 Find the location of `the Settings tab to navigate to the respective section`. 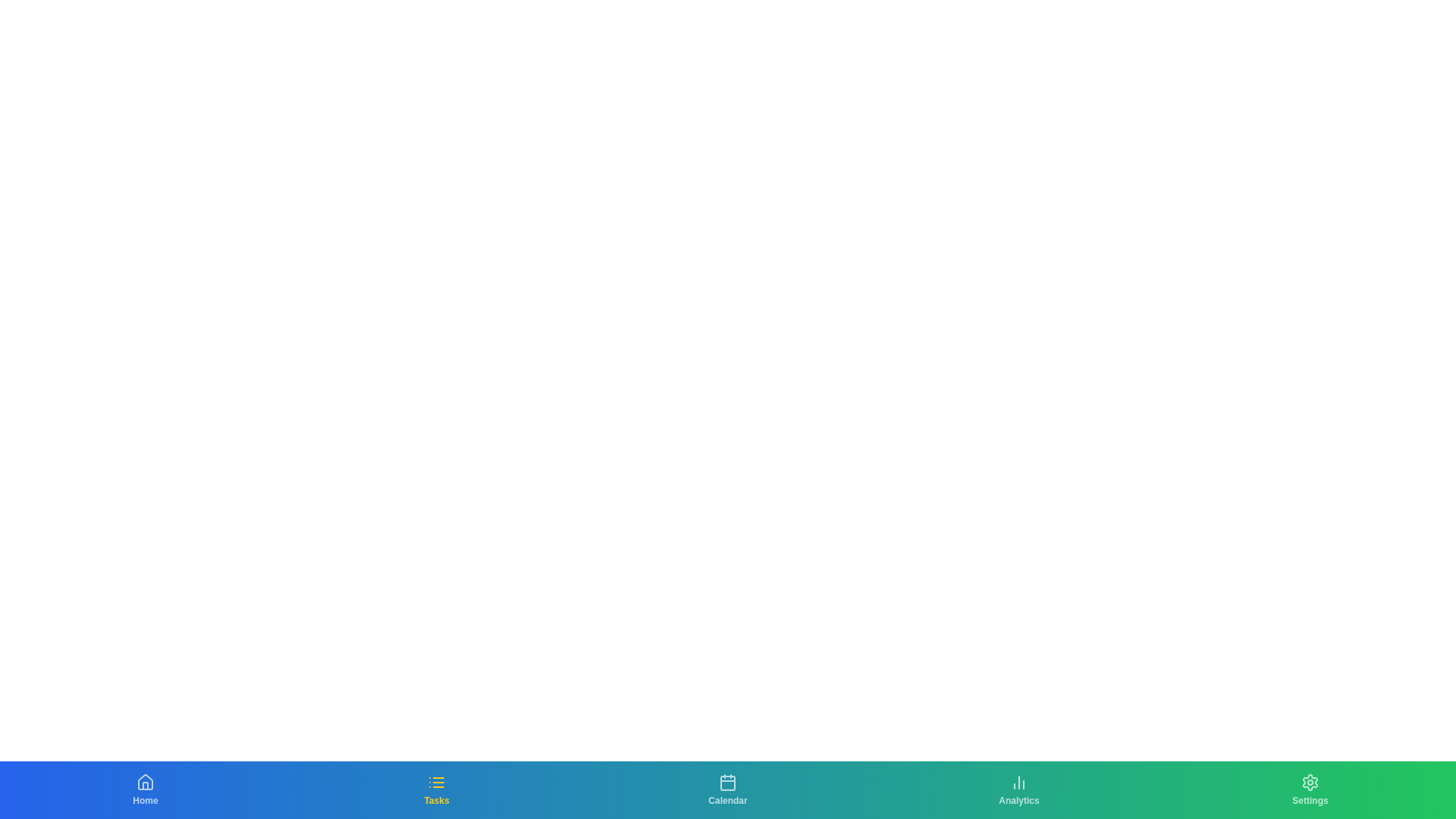

the Settings tab to navigate to the respective section is located at coordinates (1310, 789).